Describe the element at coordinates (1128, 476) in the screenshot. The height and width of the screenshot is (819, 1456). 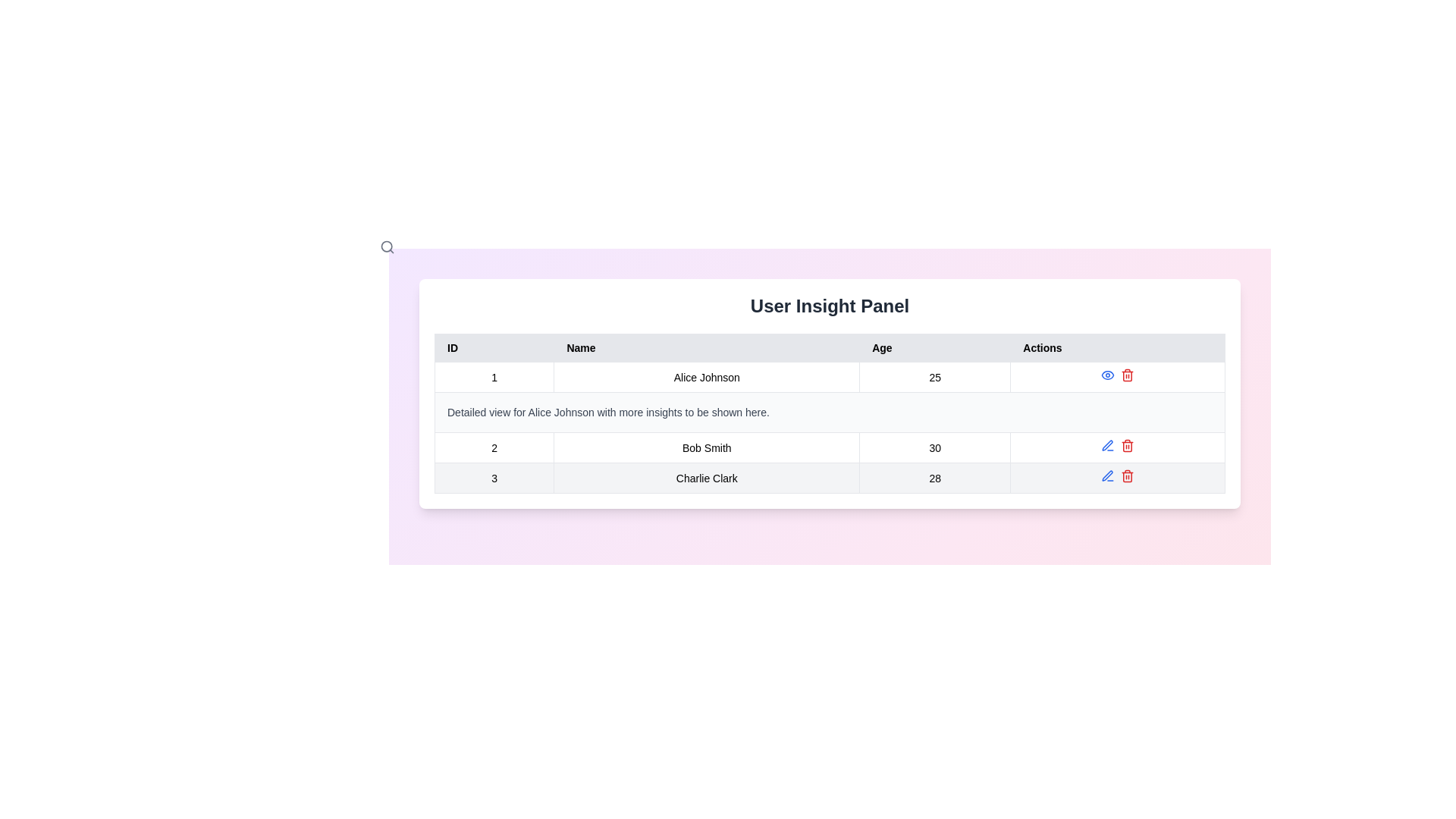
I see `the delete action icon located under the 'Actions' column in the second row of the table` at that location.